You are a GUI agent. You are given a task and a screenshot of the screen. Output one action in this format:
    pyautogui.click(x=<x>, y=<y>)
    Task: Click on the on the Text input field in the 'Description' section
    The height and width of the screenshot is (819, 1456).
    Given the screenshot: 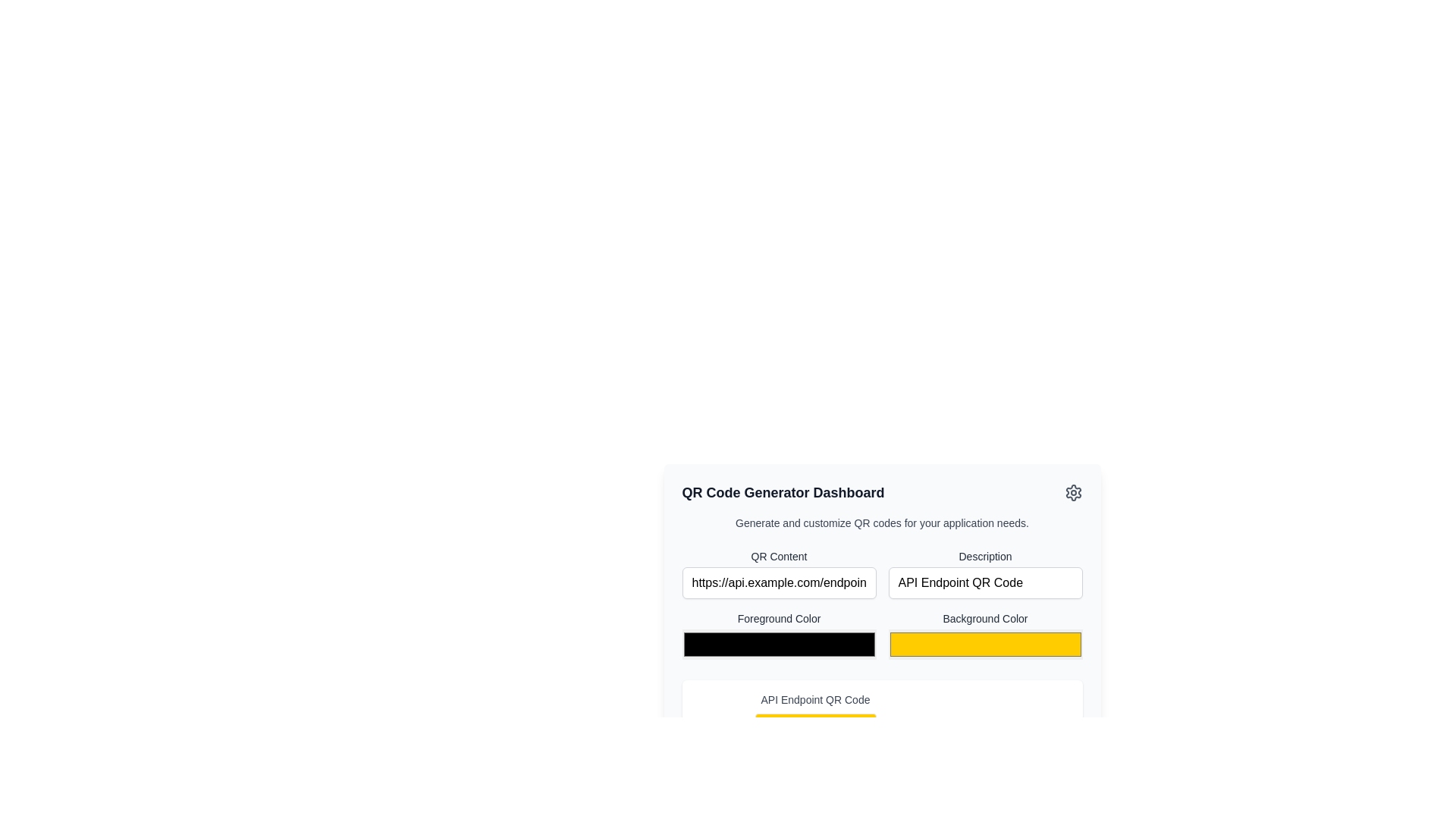 What is the action you would take?
    pyautogui.click(x=985, y=582)
    